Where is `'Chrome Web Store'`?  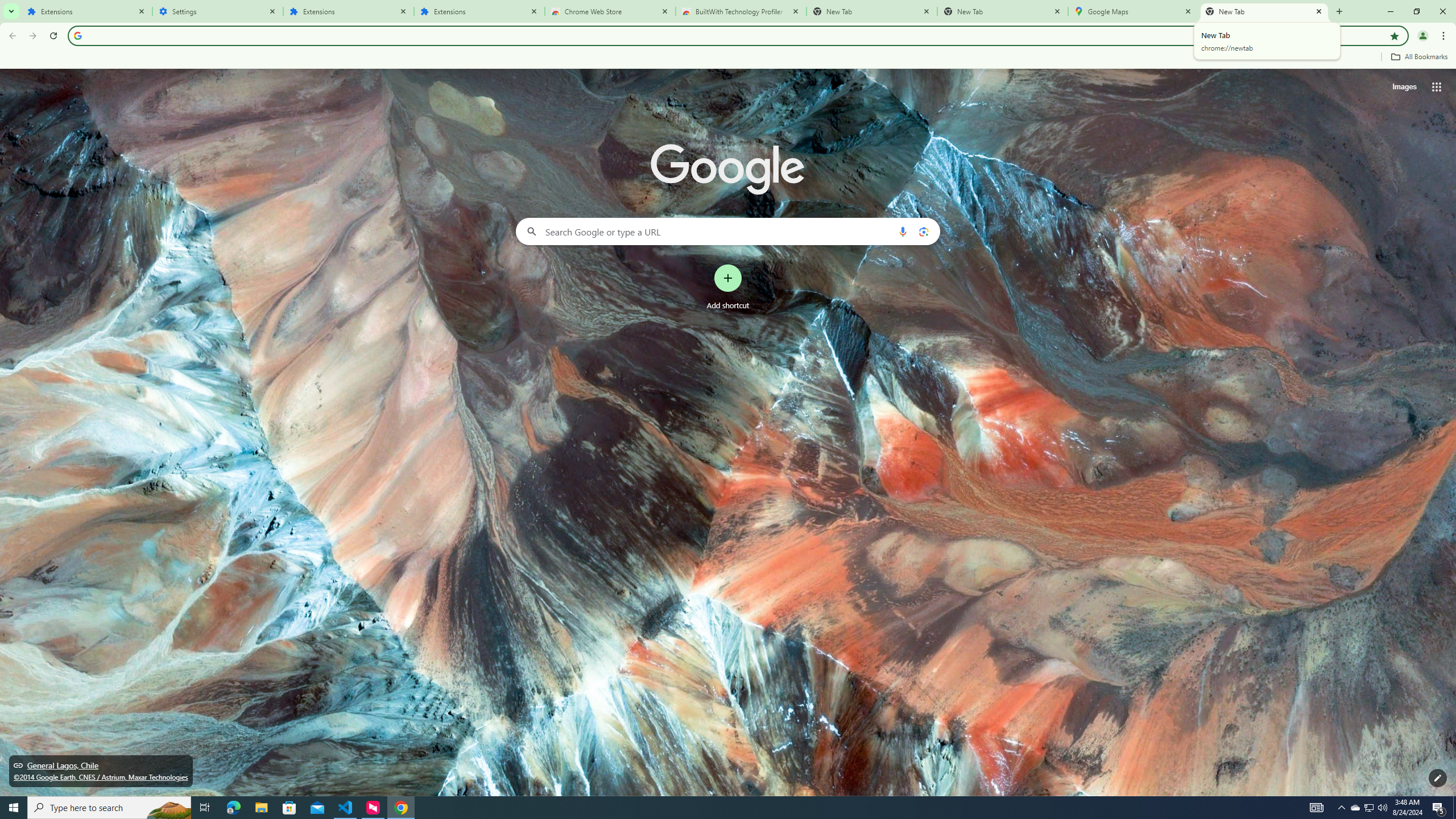 'Chrome Web Store' is located at coordinates (610, 11).